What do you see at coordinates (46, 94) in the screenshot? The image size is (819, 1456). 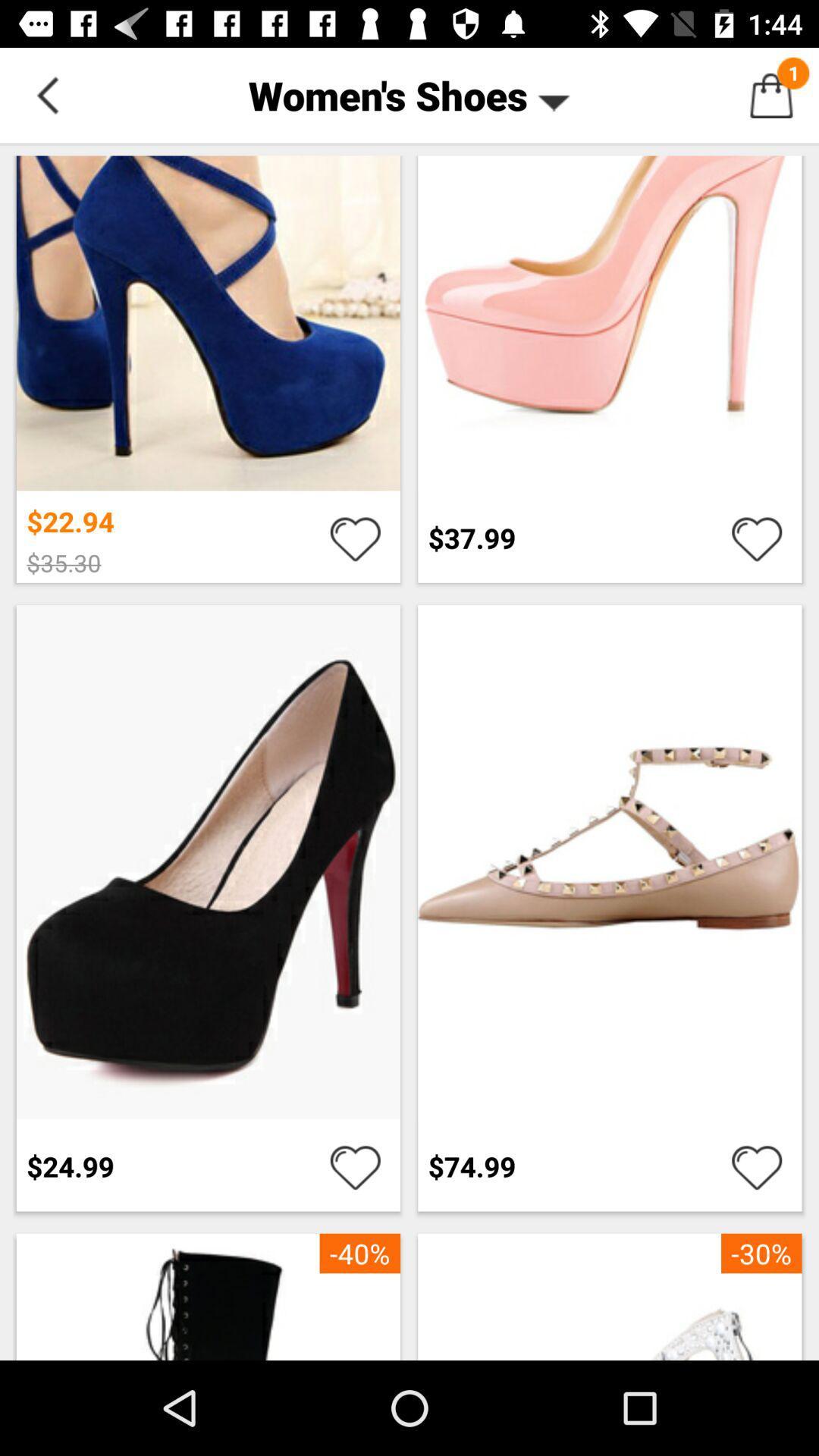 I see `go back` at bounding box center [46, 94].